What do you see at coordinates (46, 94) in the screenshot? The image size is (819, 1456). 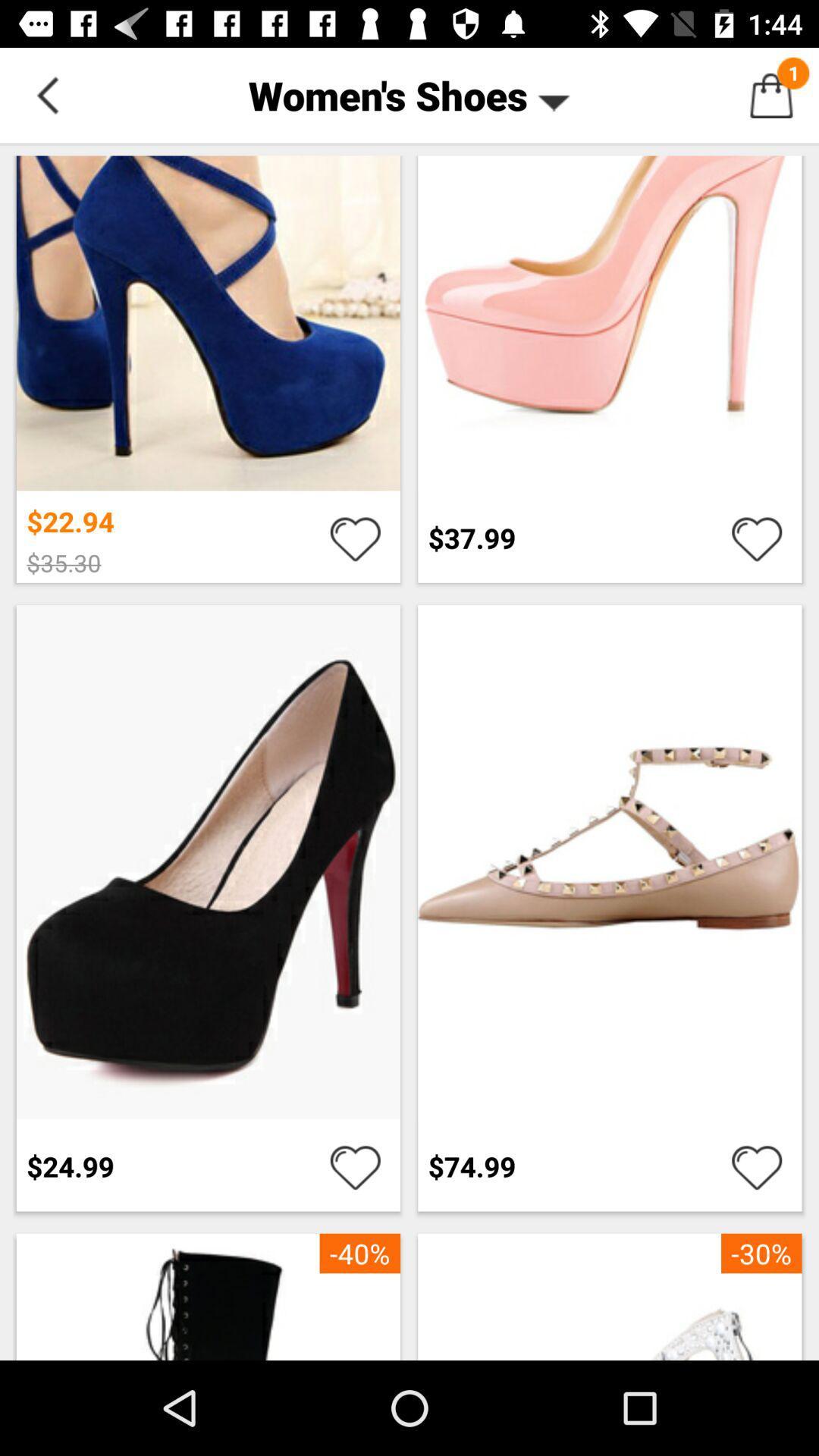 I see `go back` at bounding box center [46, 94].